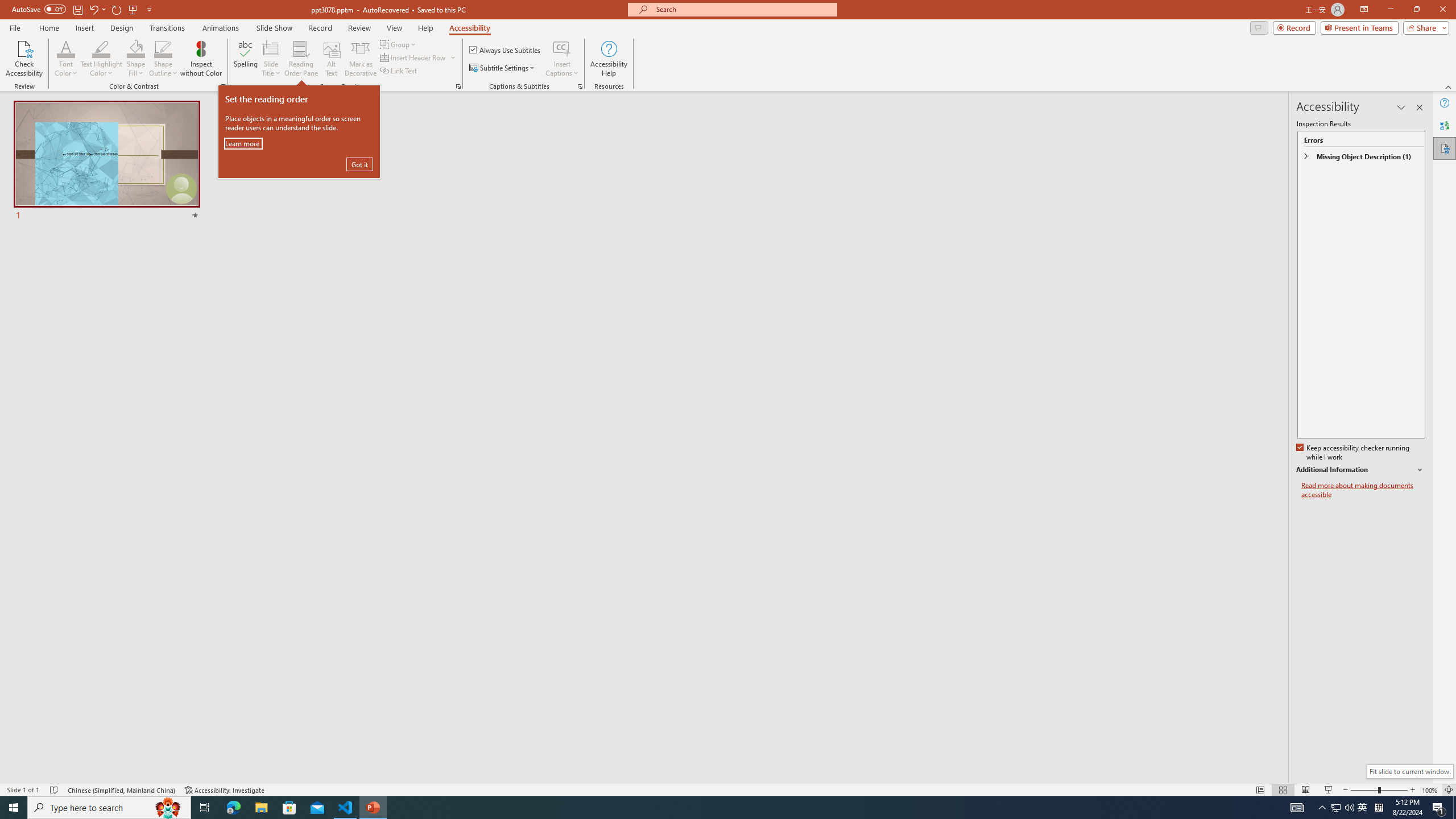 The height and width of the screenshot is (819, 1456). I want to click on 'Captions & Subtitles', so click(580, 85).